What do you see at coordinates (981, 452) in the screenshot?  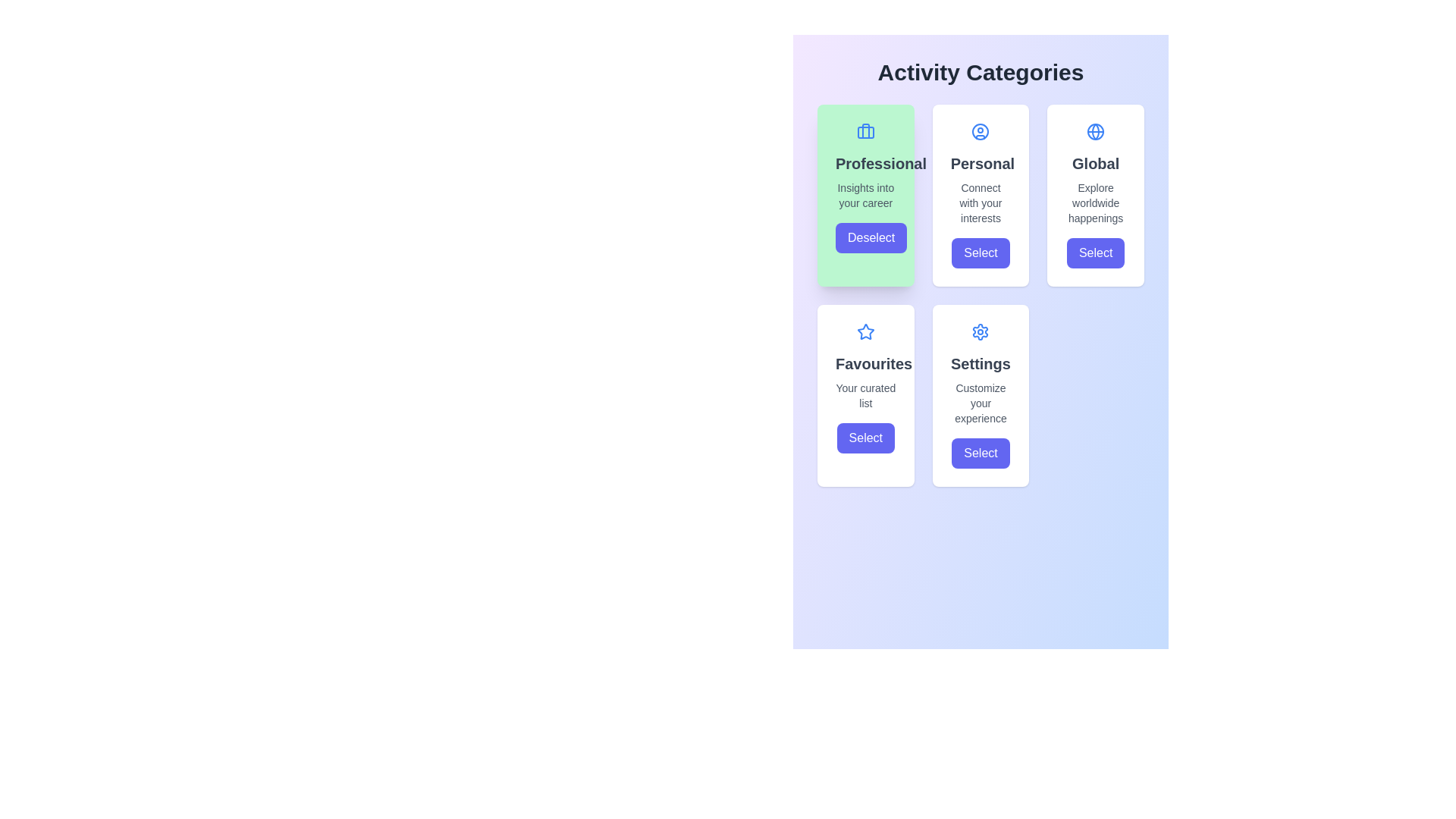 I see `the 'Settings' button located at the bottom of the 'Settings' card` at bounding box center [981, 452].